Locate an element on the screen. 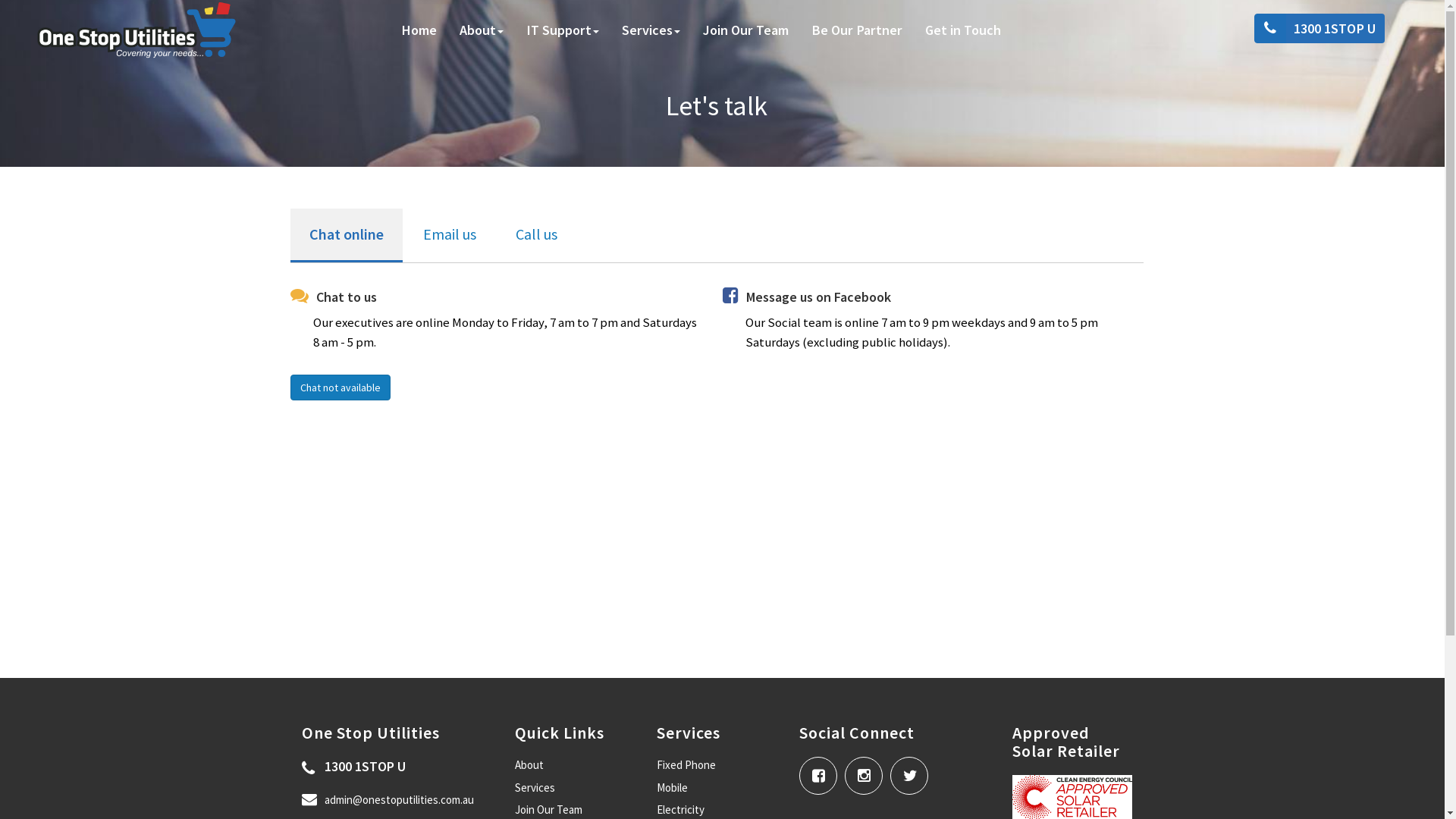 Image resolution: width=1456 pixels, height=819 pixels. 'Call us' is located at coordinates (535, 234).